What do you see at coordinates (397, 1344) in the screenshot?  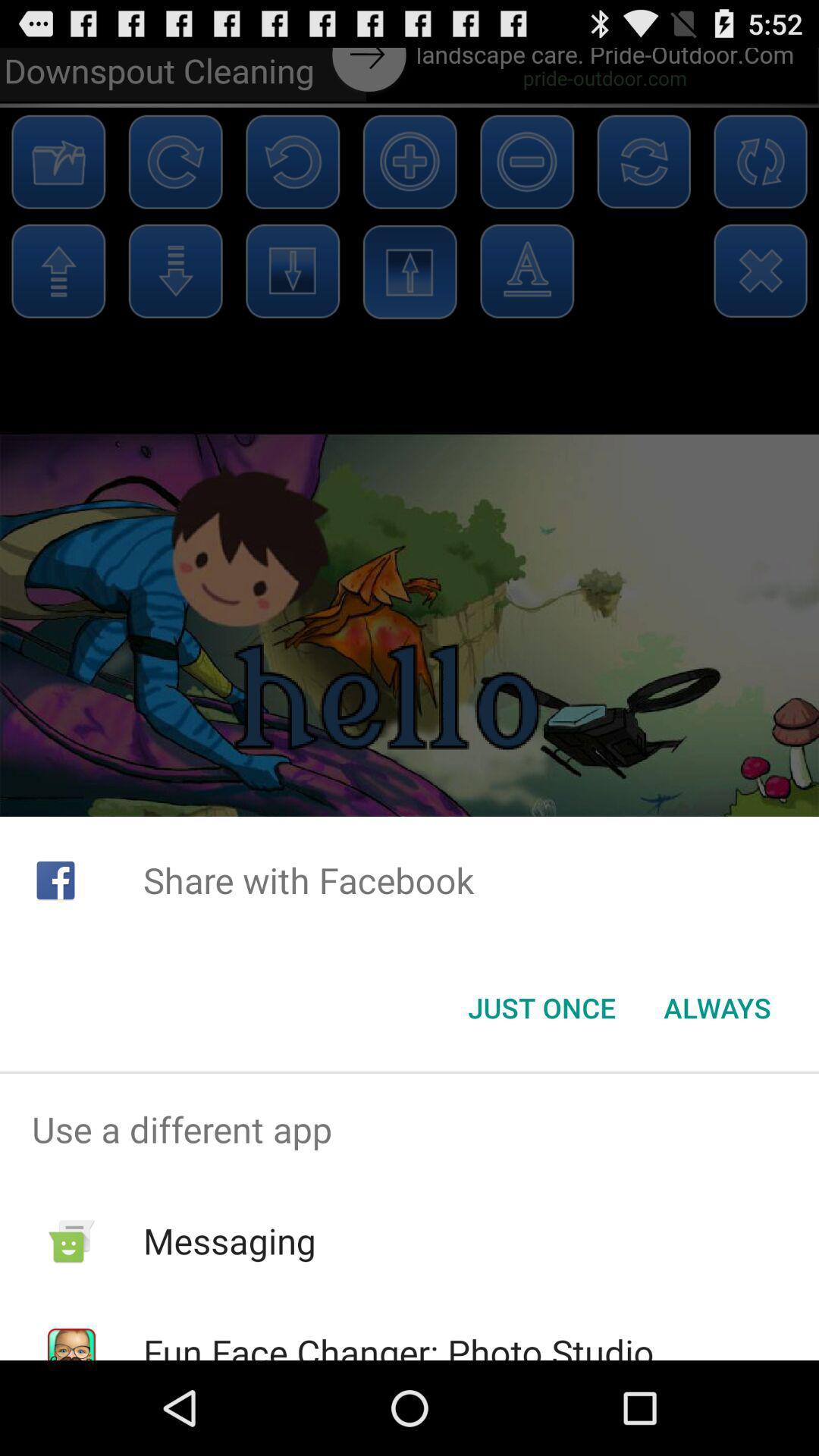 I see `fun face changer app` at bounding box center [397, 1344].